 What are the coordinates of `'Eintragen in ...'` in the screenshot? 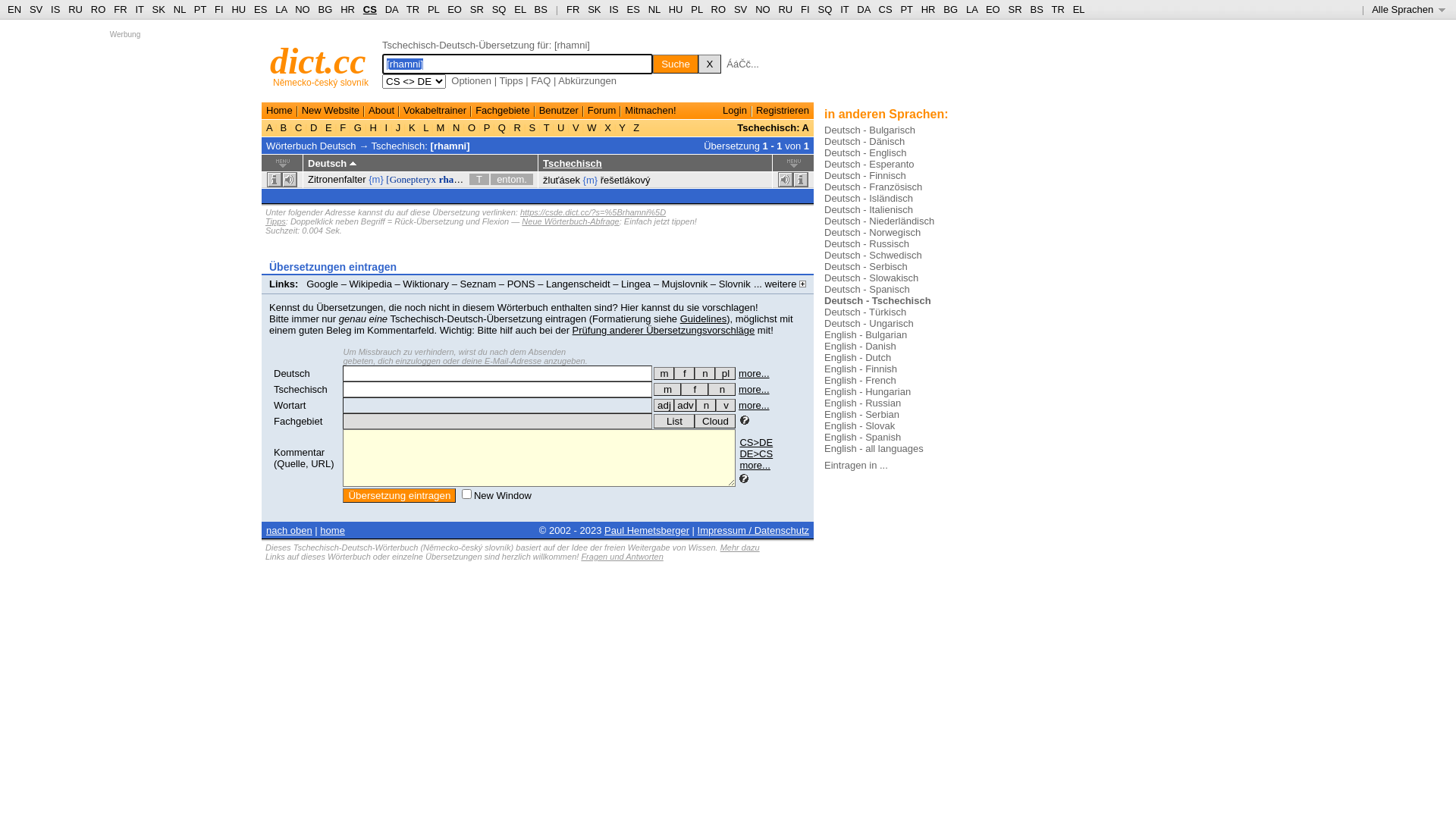 It's located at (855, 464).